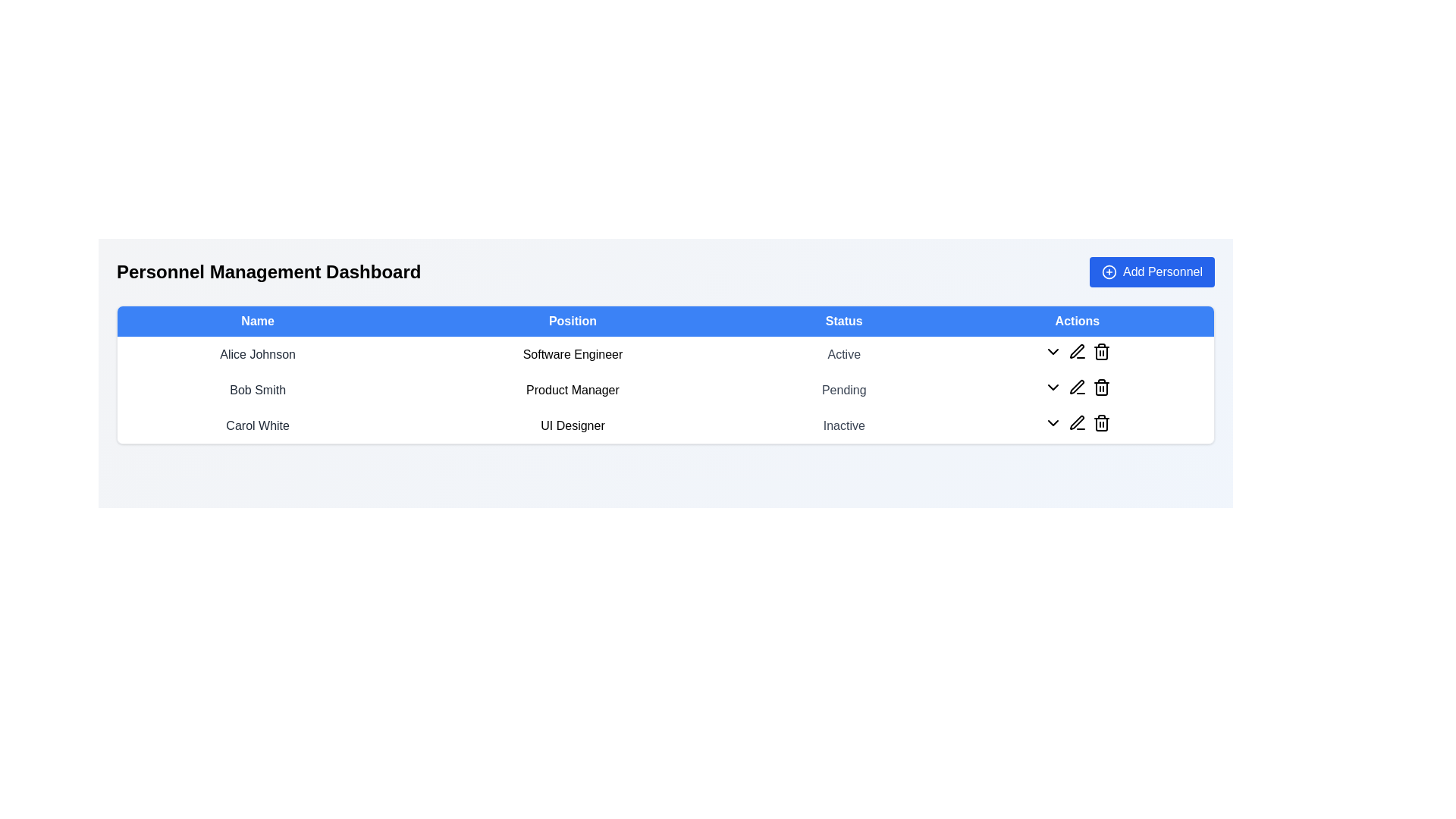 Image resolution: width=1456 pixels, height=819 pixels. What do you see at coordinates (258, 321) in the screenshot?
I see `the 'Name' header label in the table, which is the first column header among 'Name', 'Position', 'Status', and 'Actions'` at bounding box center [258, 321].